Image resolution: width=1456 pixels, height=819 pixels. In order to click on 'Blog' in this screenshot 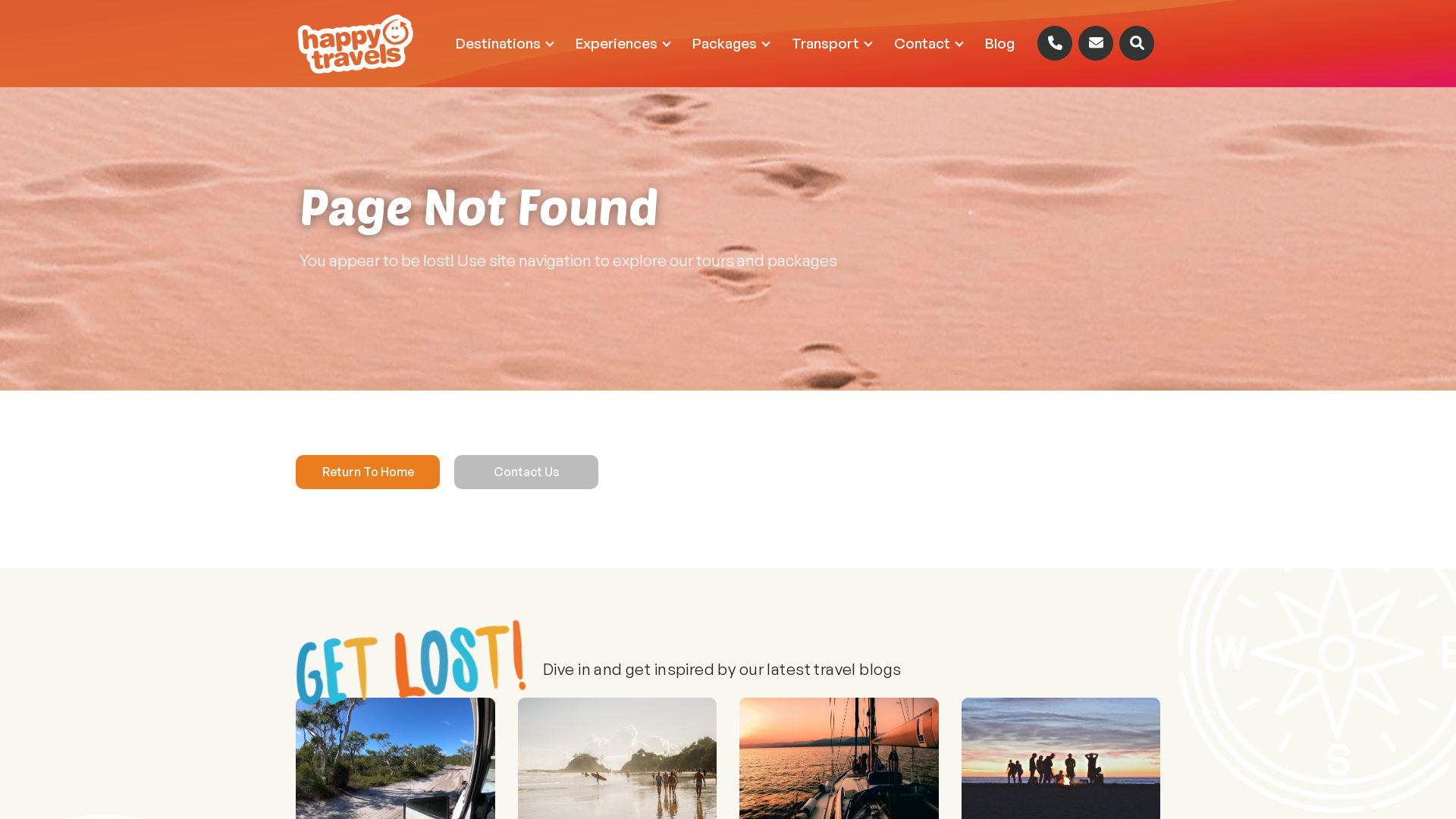, I will do `click(999, 42)`.